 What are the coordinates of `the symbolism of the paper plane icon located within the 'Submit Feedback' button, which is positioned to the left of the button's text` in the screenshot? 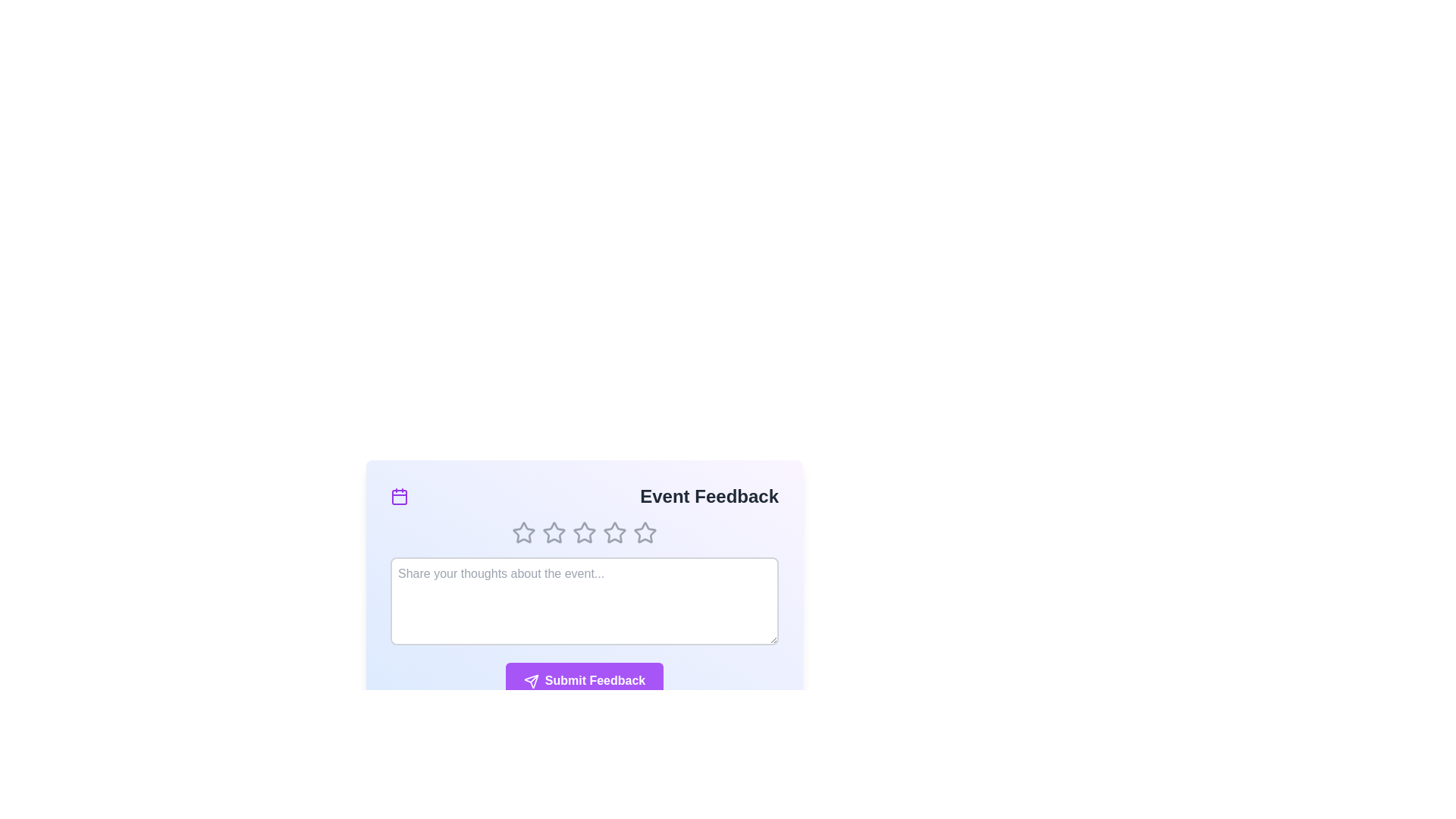 It's located at (531, 680).